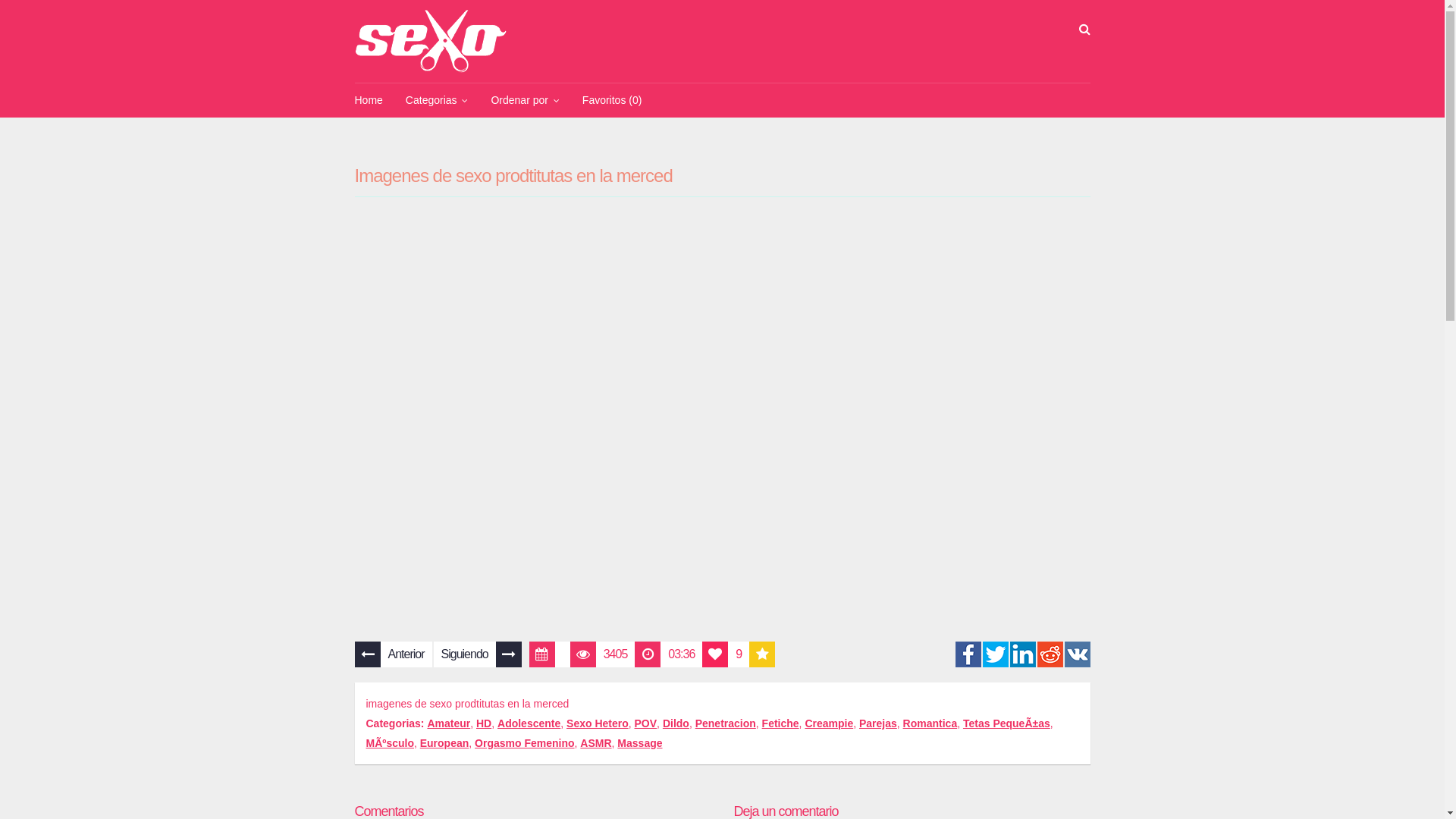 The width and height of the screenshot is (1456, 819). I want to click on 'HD', so click(483, 722).